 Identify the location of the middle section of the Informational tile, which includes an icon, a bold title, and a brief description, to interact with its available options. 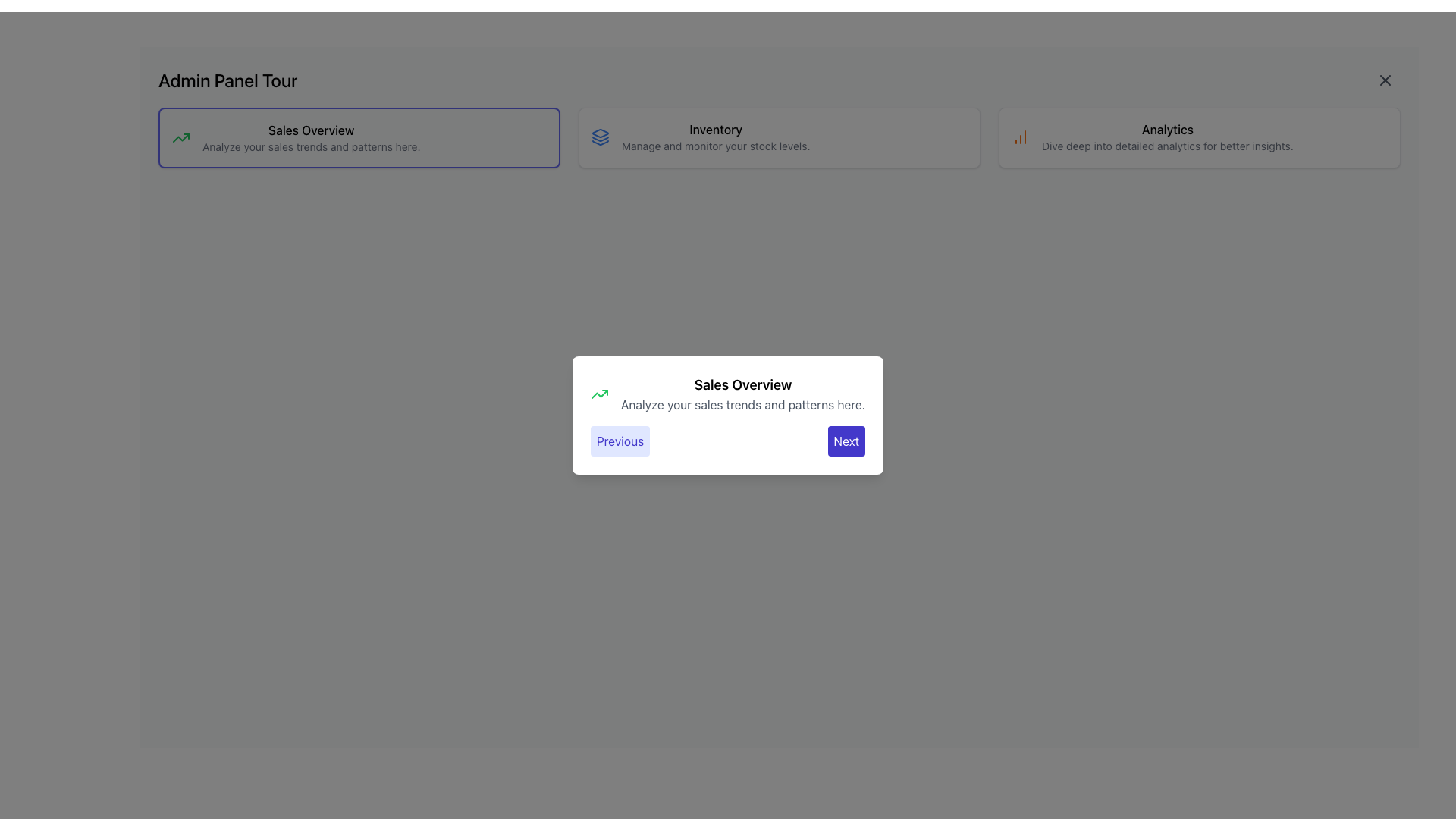
(779, 137).